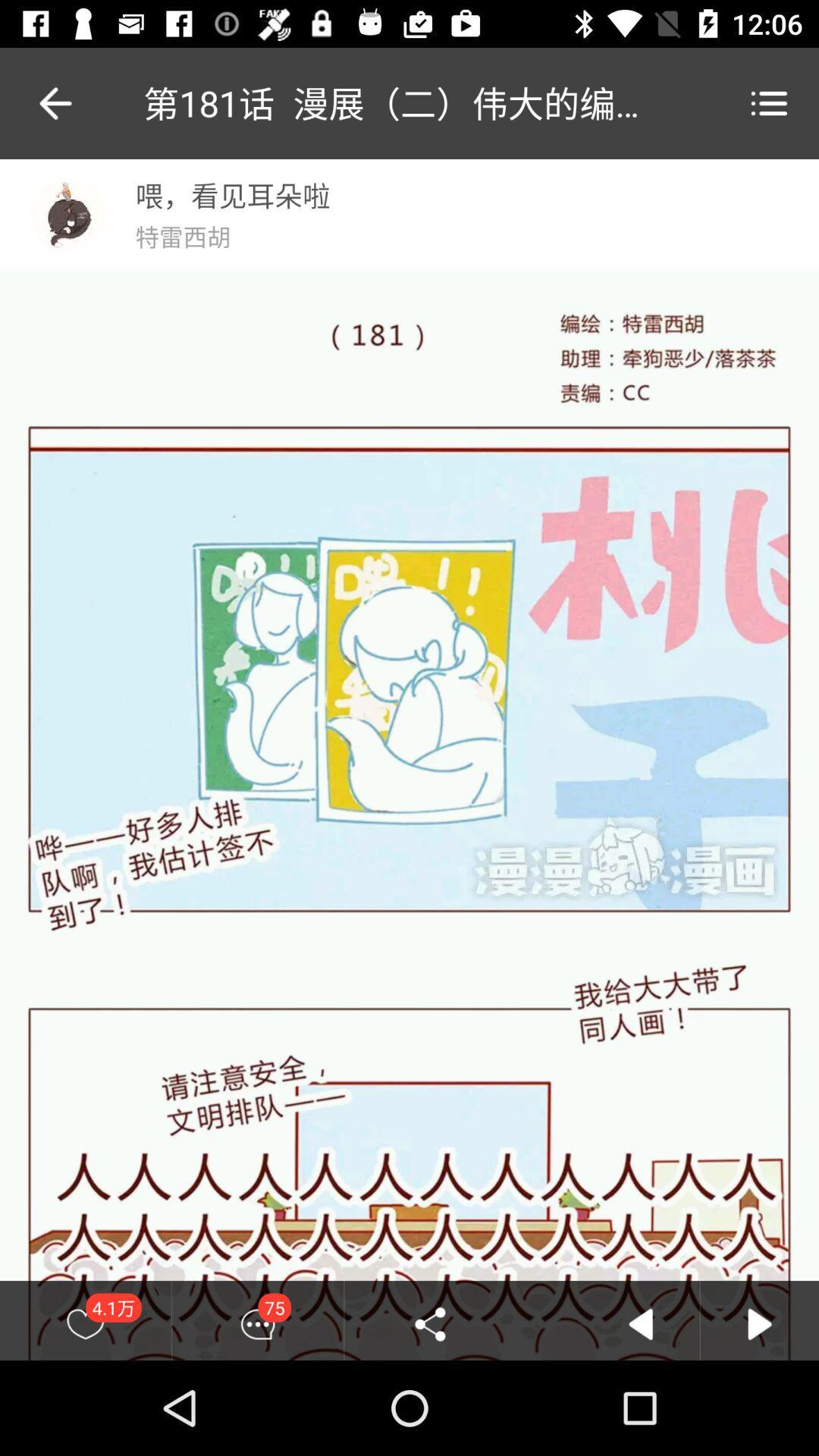 The image size is (819, 1456). I want to click on the menu bar which is in top right corner, so click(769, 102).